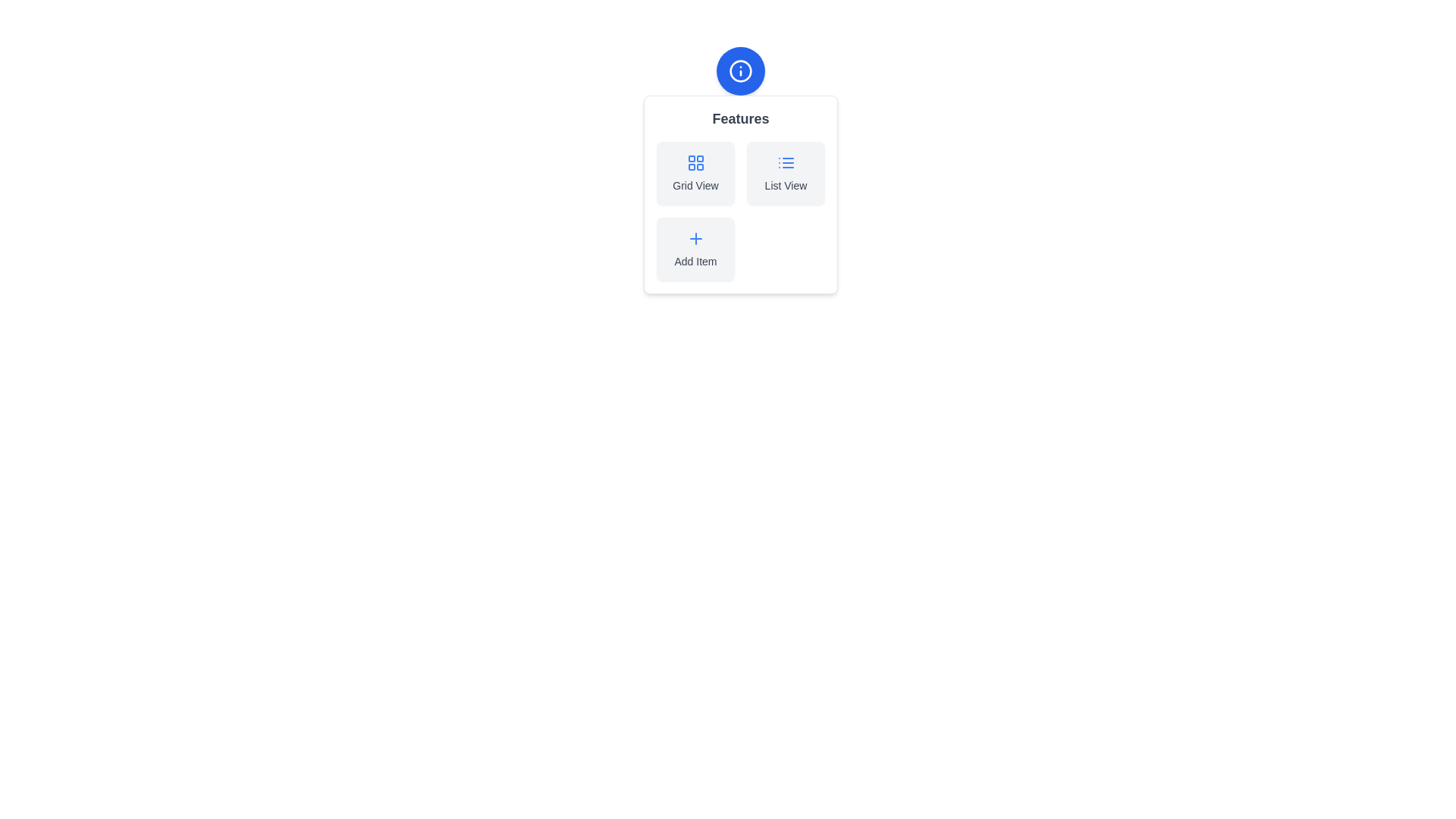  I want to click on the text label that describes the 'List View' feature, positioned in the second column of the grid layout, beneath its associated icon, so click(786, 185).